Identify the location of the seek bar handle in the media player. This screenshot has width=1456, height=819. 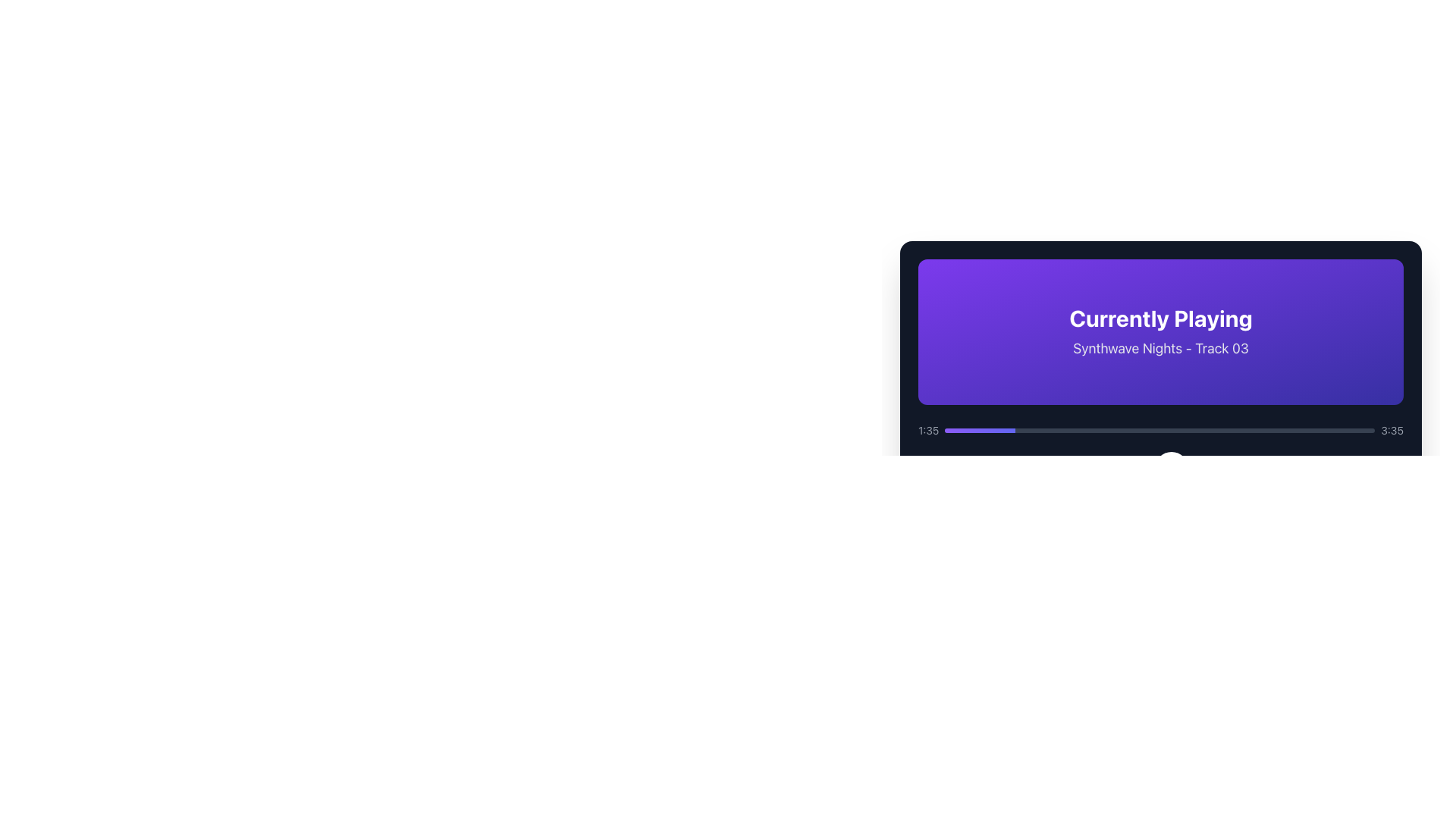
(1171, 467).